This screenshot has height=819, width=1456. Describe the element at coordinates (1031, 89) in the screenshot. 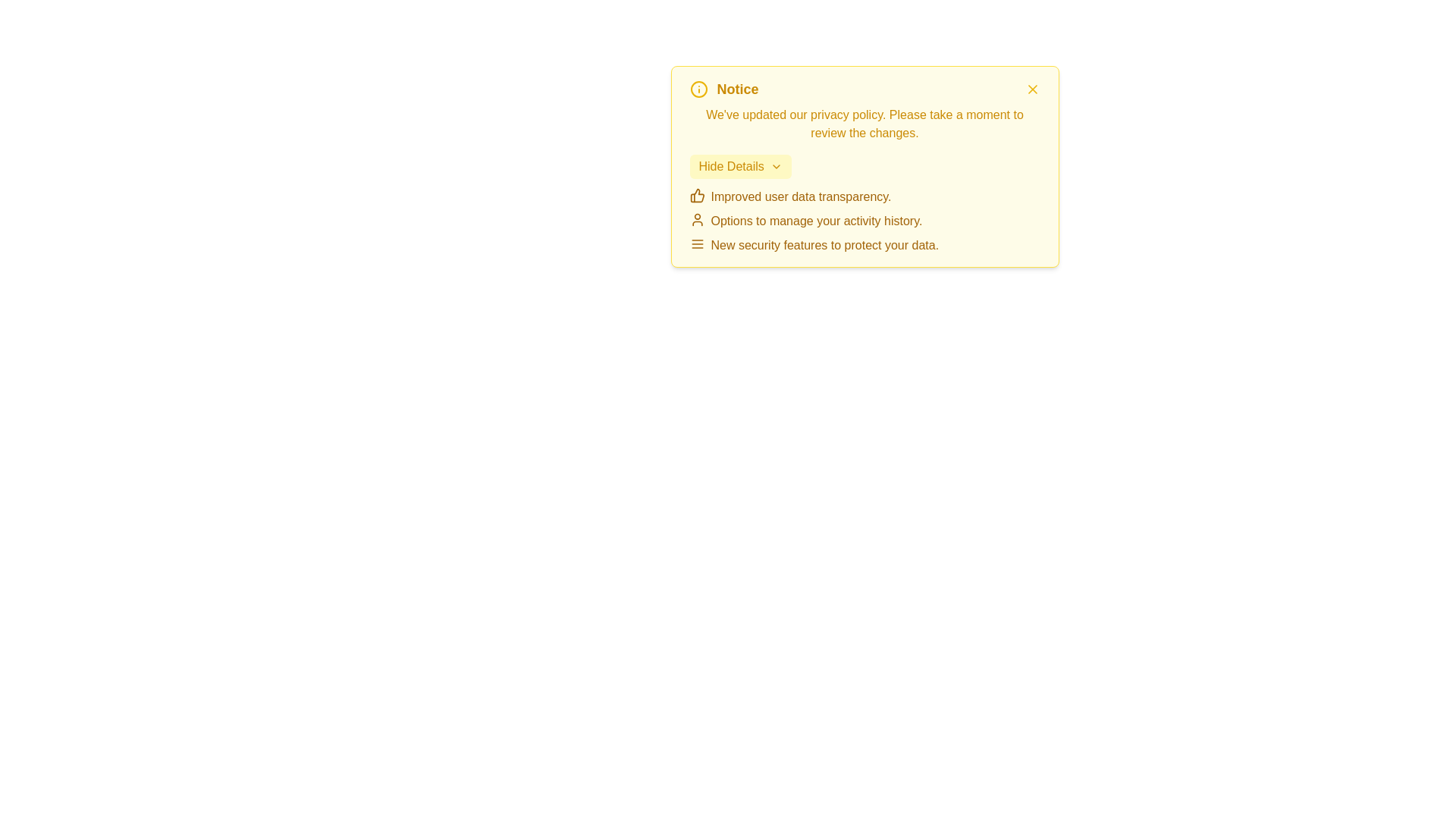

I see `the close button located at the top-right corner of the notice box, adjacent to the title 'Notice'` at that location.